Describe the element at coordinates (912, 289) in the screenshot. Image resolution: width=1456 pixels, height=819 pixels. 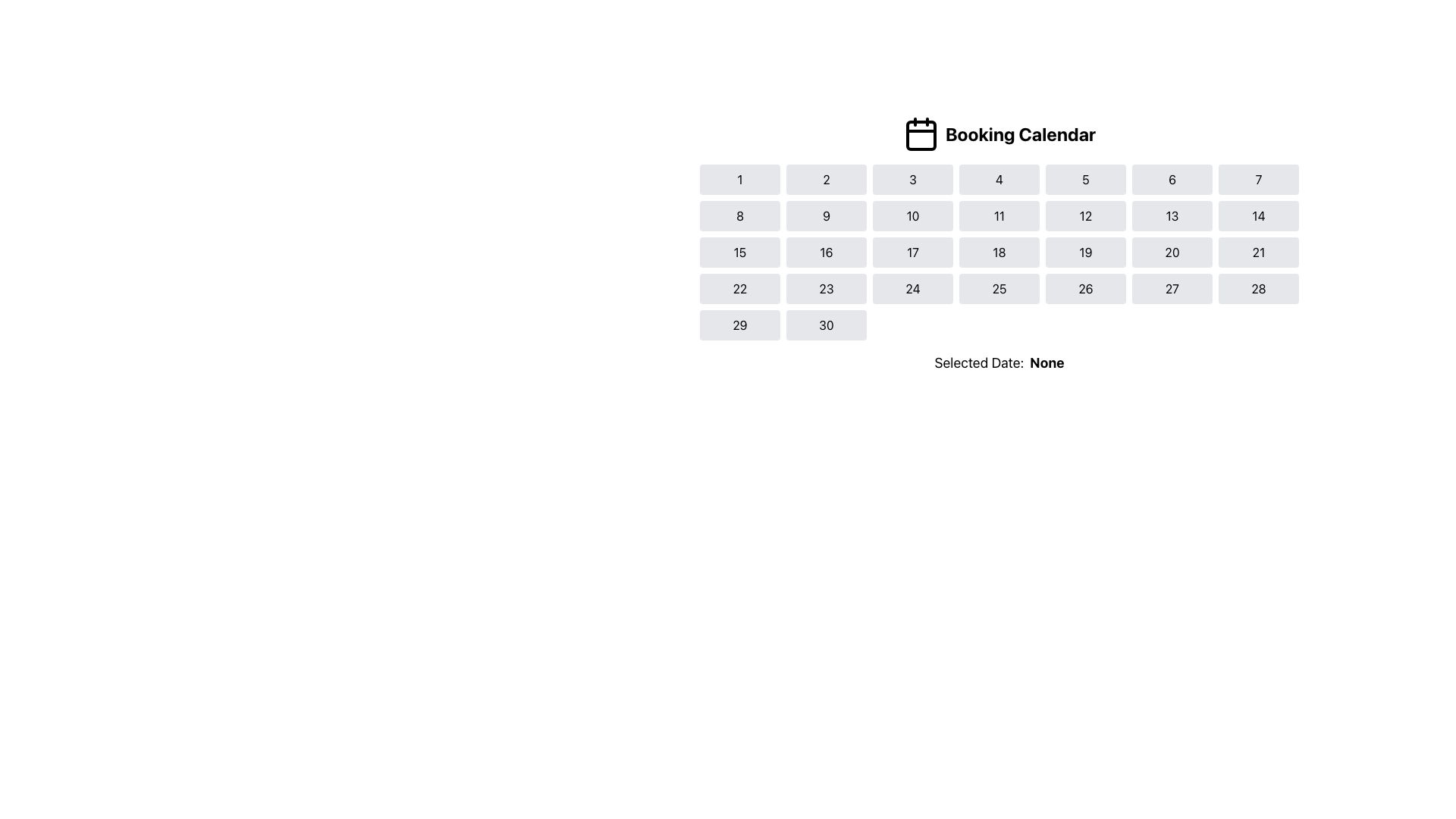
I see `the button displaying the number '24' in the center of the Booking Calendar` at that location.